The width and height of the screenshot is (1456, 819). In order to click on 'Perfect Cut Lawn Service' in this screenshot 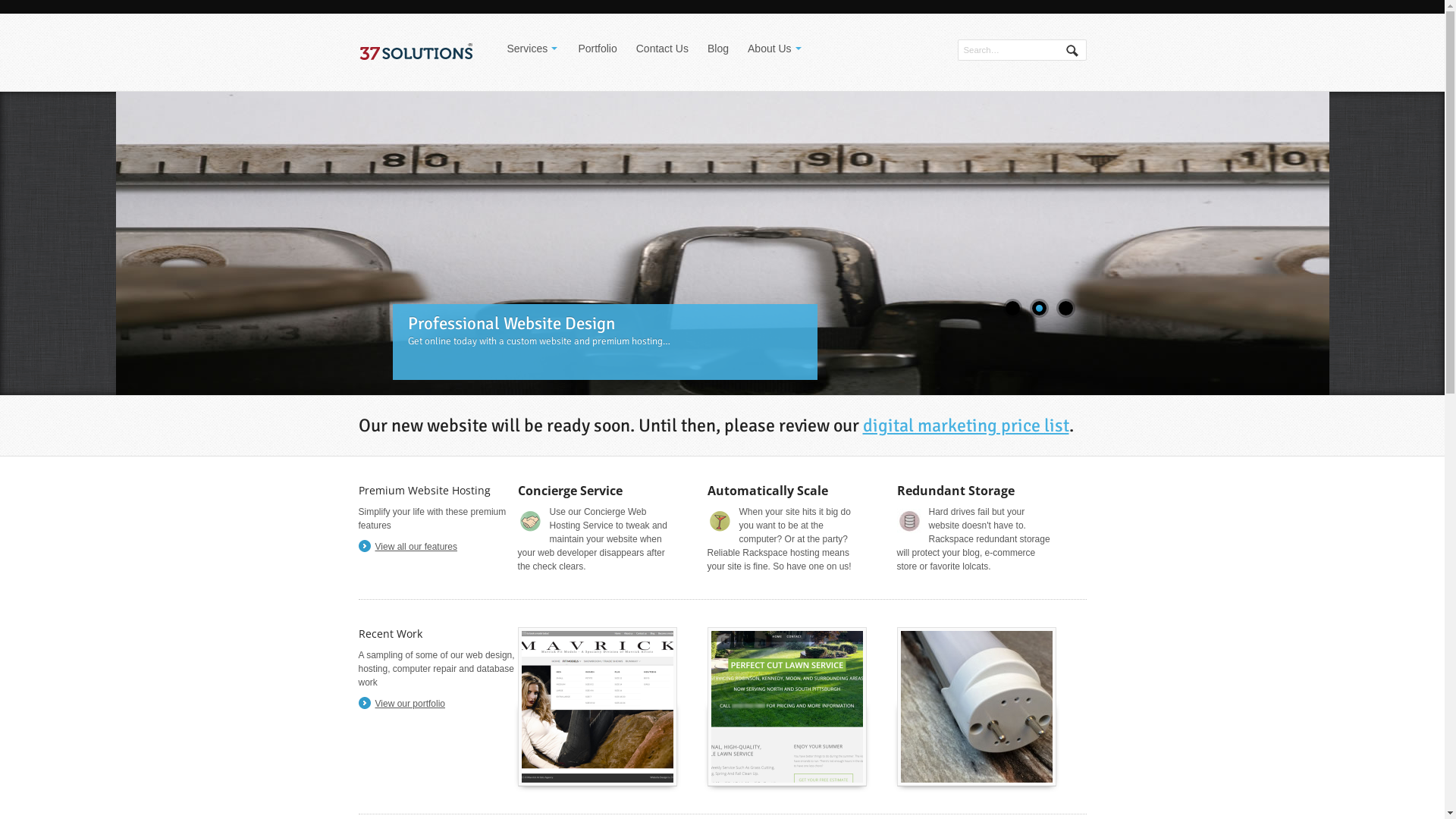, I will do `click(786, 707)`.